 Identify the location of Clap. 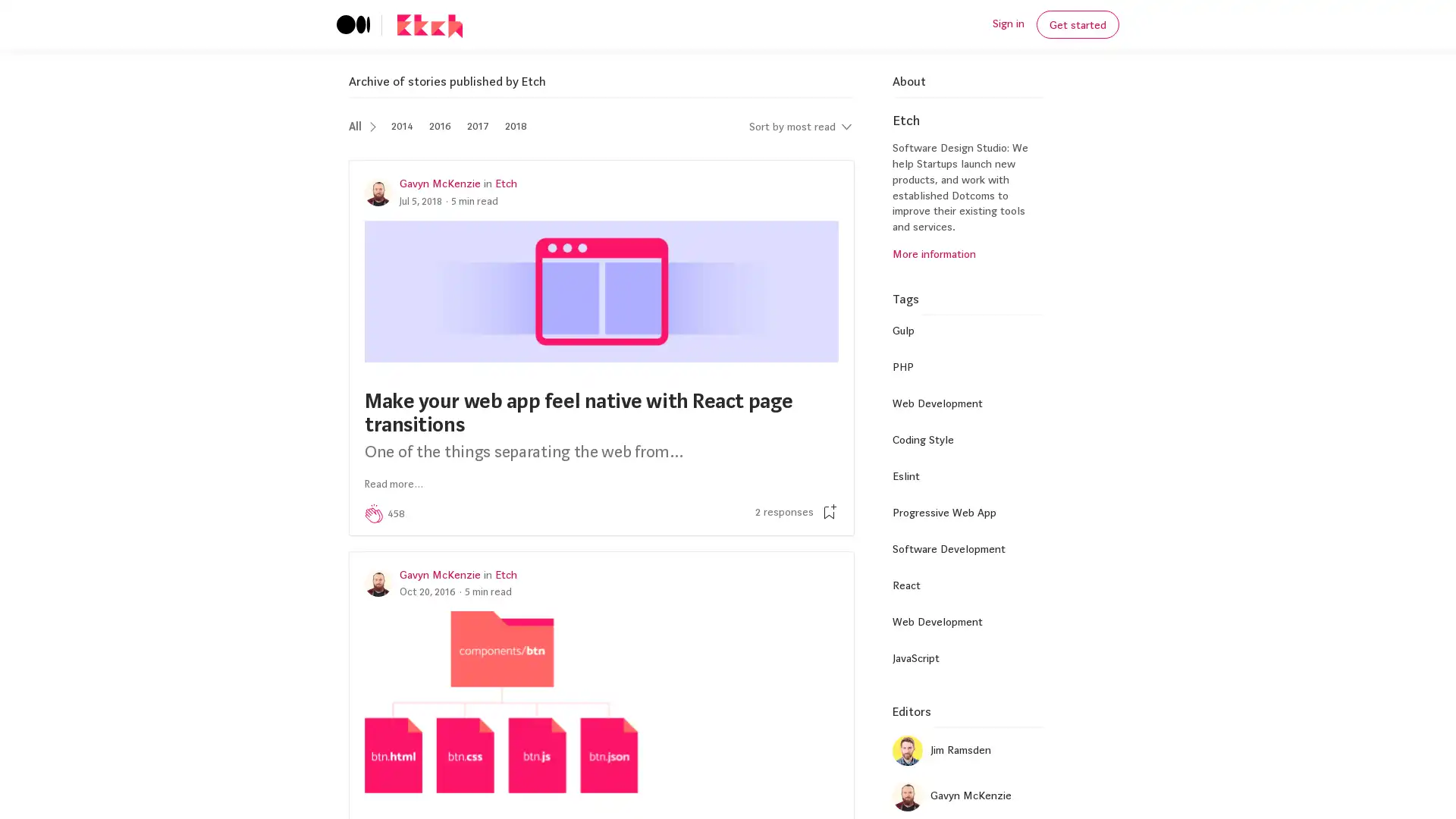
(374, 513).